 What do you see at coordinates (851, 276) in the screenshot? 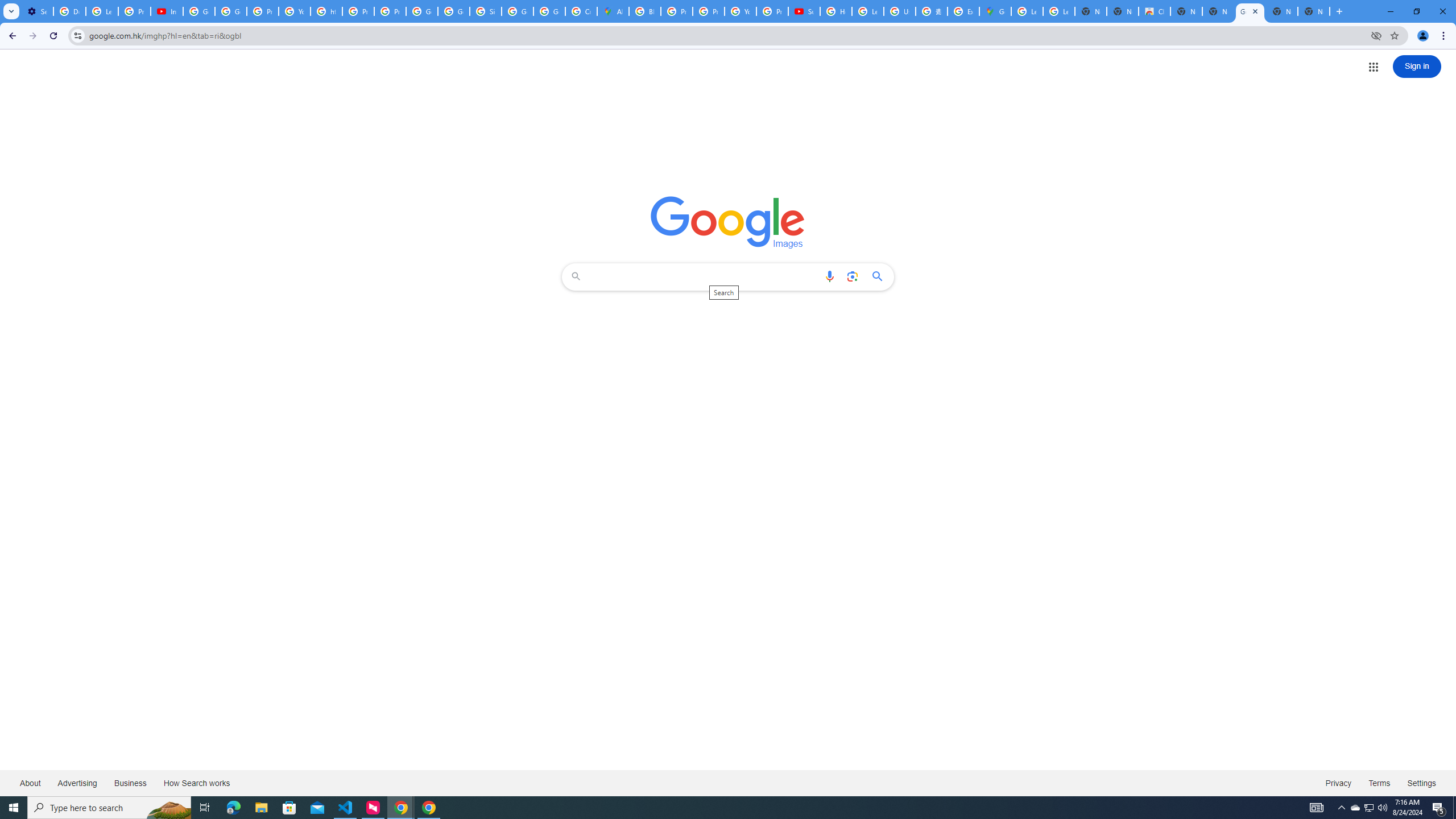
I see `'Search by image'` at bounding box center [851, 276].